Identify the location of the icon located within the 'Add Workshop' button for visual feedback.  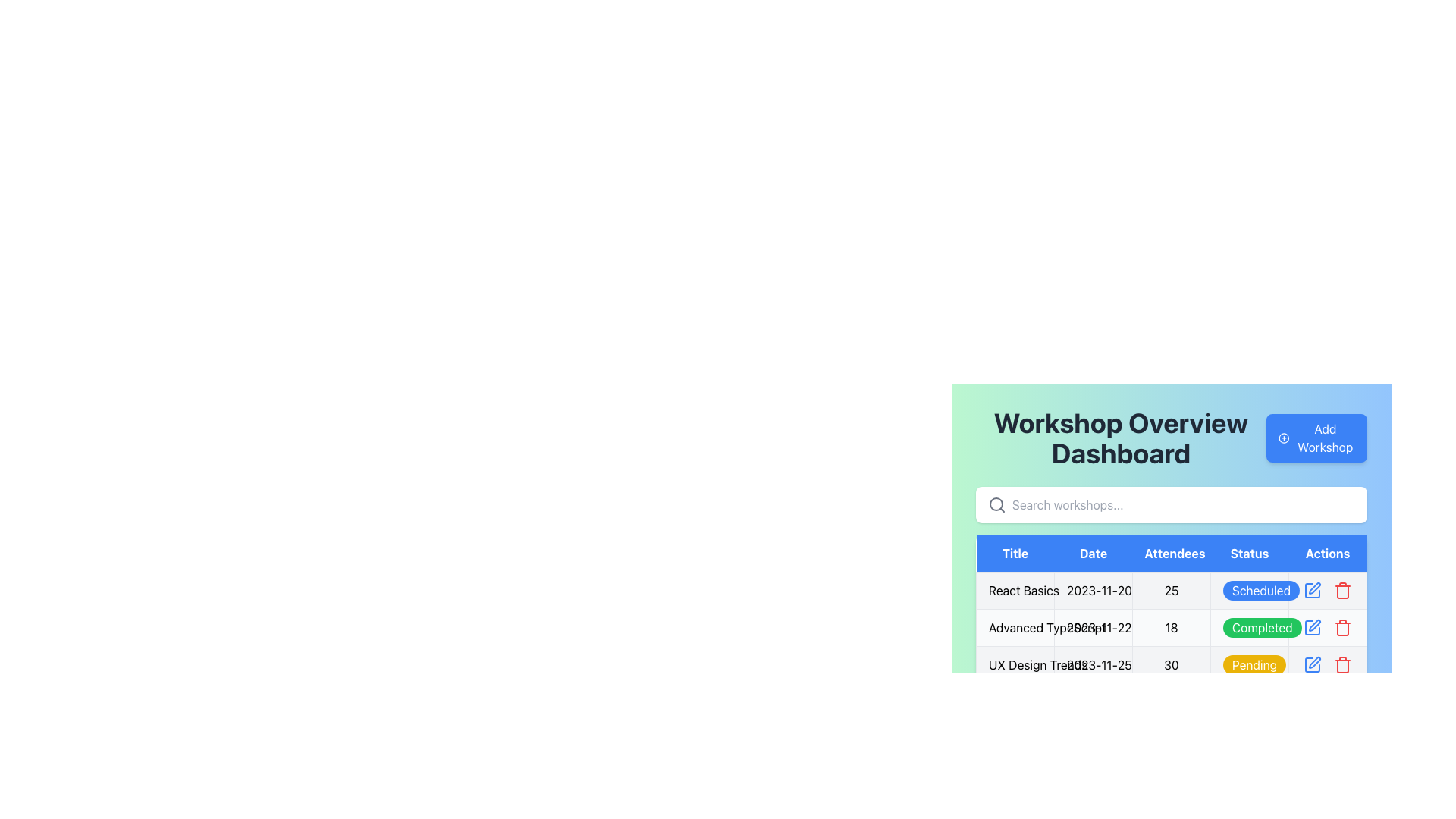
(1283, 438).